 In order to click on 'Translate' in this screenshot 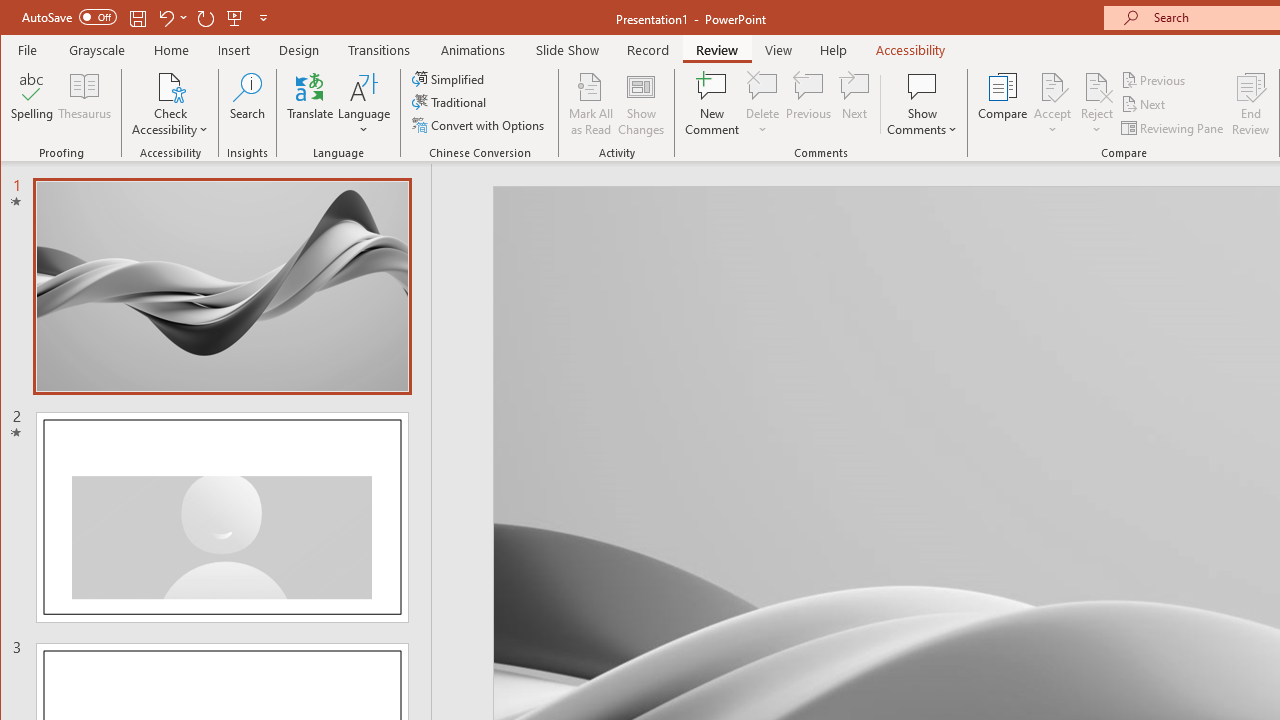, I will do `click(309, 104)`.